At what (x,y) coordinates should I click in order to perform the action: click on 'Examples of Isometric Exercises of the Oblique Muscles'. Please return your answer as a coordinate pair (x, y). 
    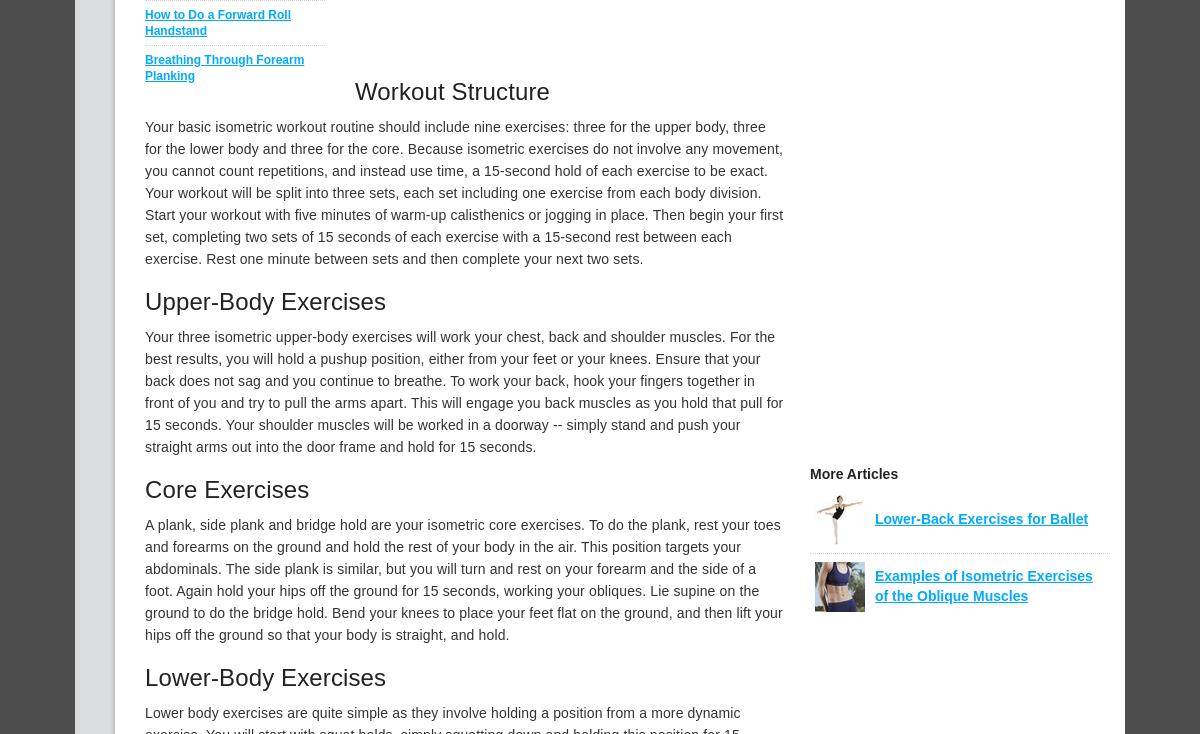
    Looking at the image, I should click on (983, 586).